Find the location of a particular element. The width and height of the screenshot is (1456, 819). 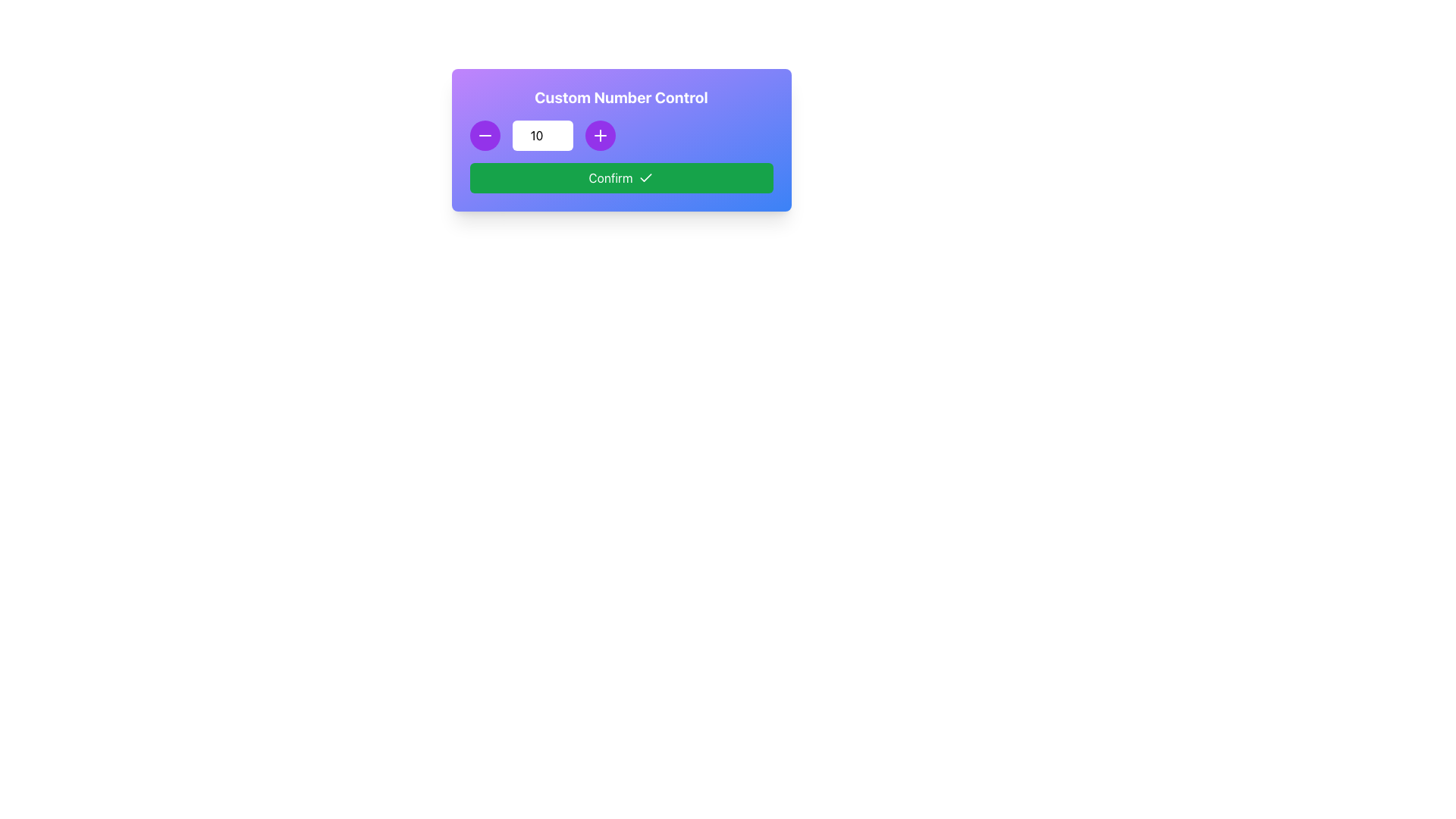

the circular button containing the minus icon with a purple background, which is positioned to the left of the number input box in the 'Custom Number Control' interface is located at coordinates (484, 134).